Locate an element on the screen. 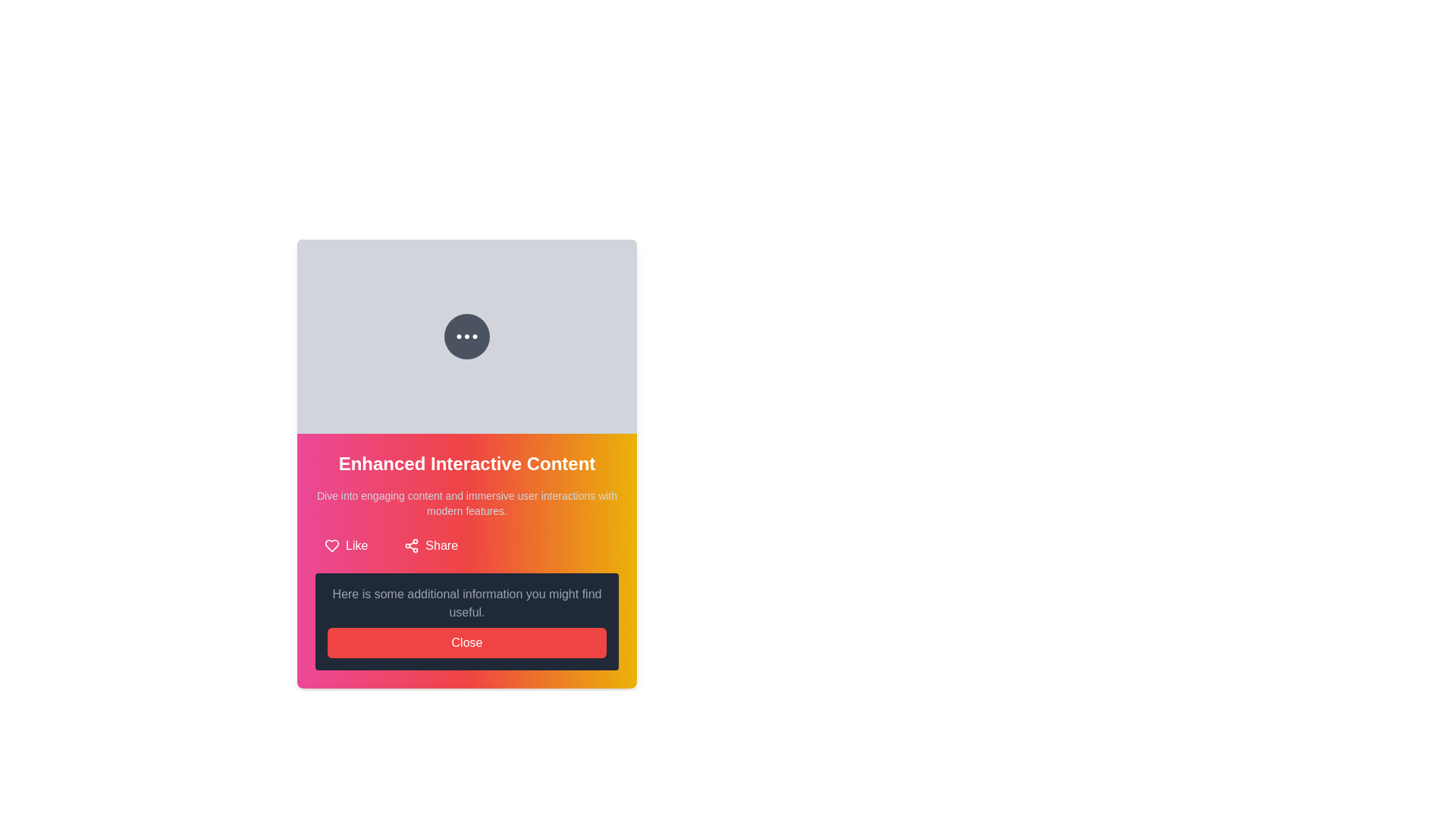  the supportive text element located below the title 'Enhanced Interactive Content' and above the 'Like' and 'Share' buttons within the card is located at coordinates (466, 503).